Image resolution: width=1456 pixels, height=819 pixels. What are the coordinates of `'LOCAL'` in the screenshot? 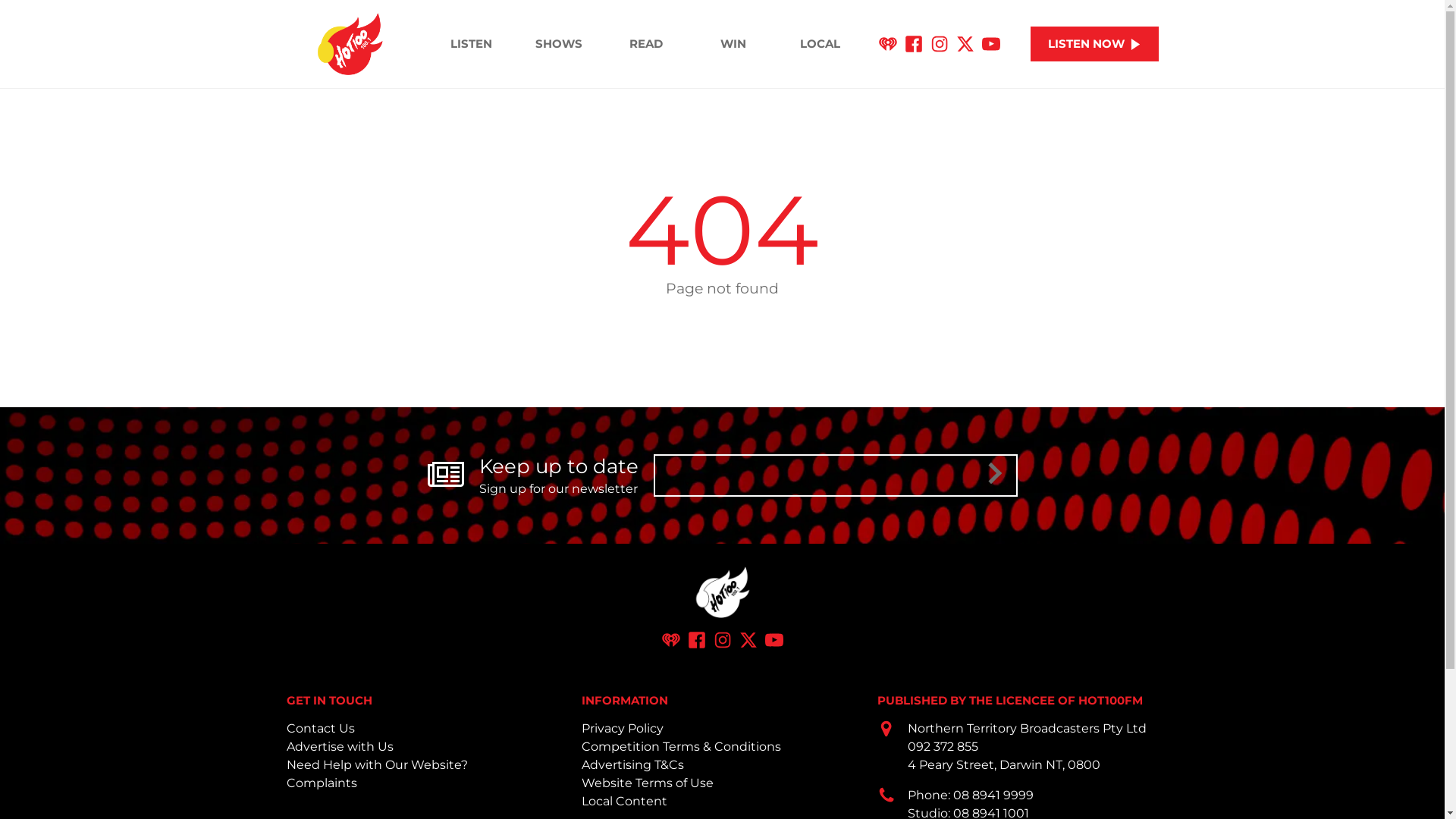 It's located at (819, 42).